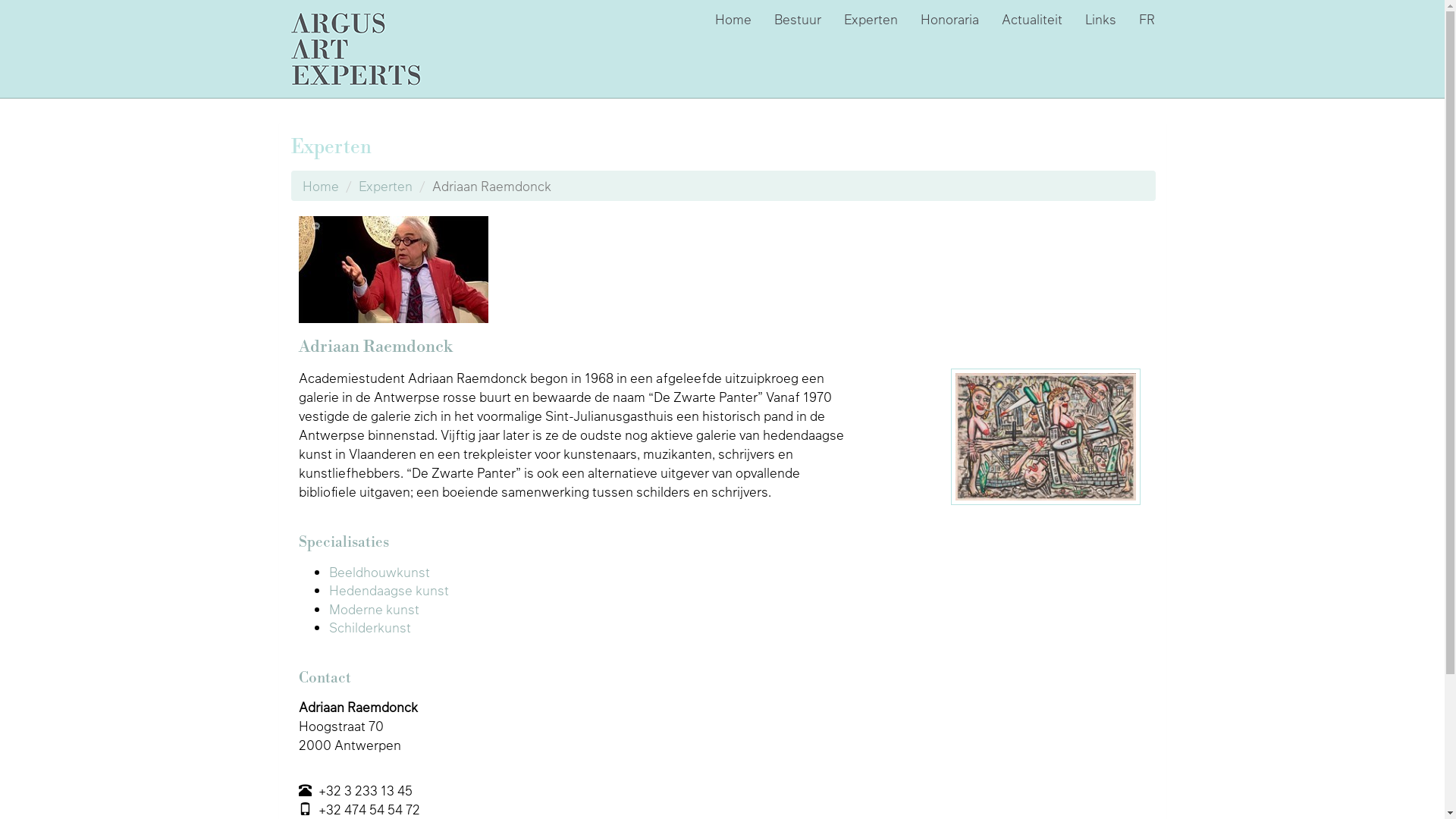 This screenshot has width=1456, height=819. I want to click on 'Schilderkunst', so click(328, 626).